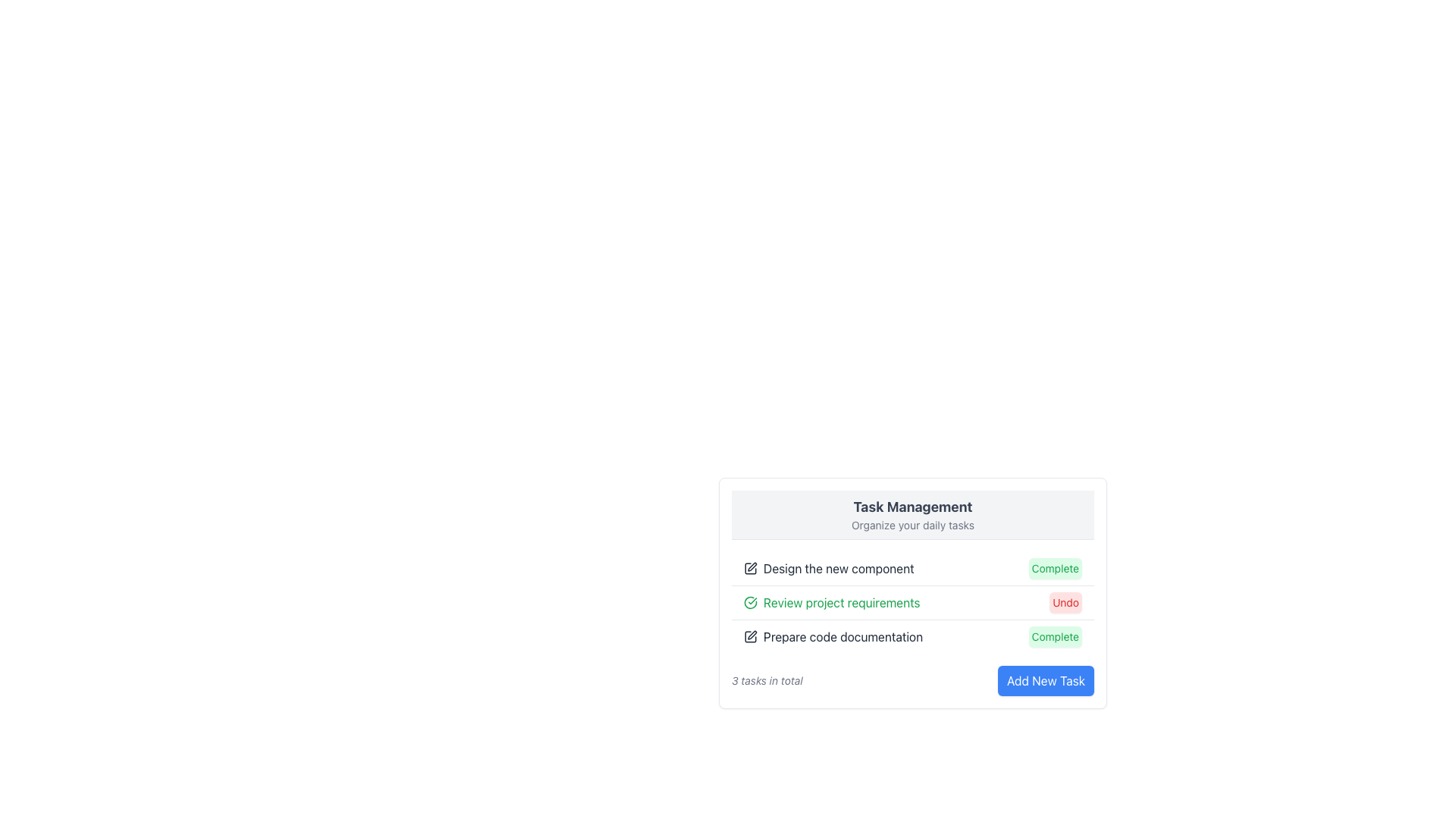 This screenshot has width=1456, height=819. I want to click on the 'Add New Task' button, which is a rectangular button with rounded corners and a bright blue background, located in the bottom-right area of the task management interface, so click(1045, 680).